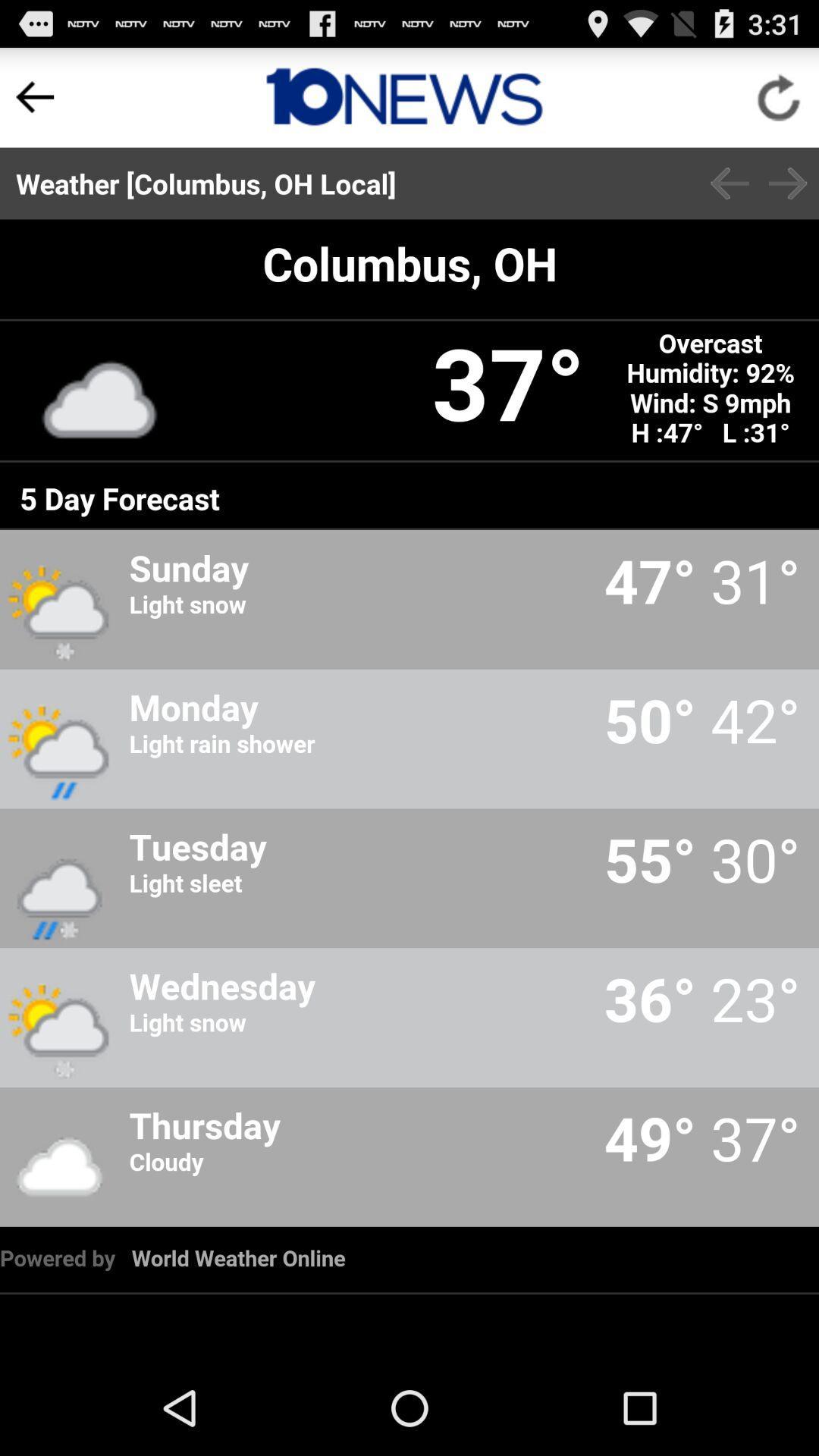  What do you see at coordinates (34, 103) in the screenshot?
I see `the arrow_backward icon` at bounding box center [34, 103].